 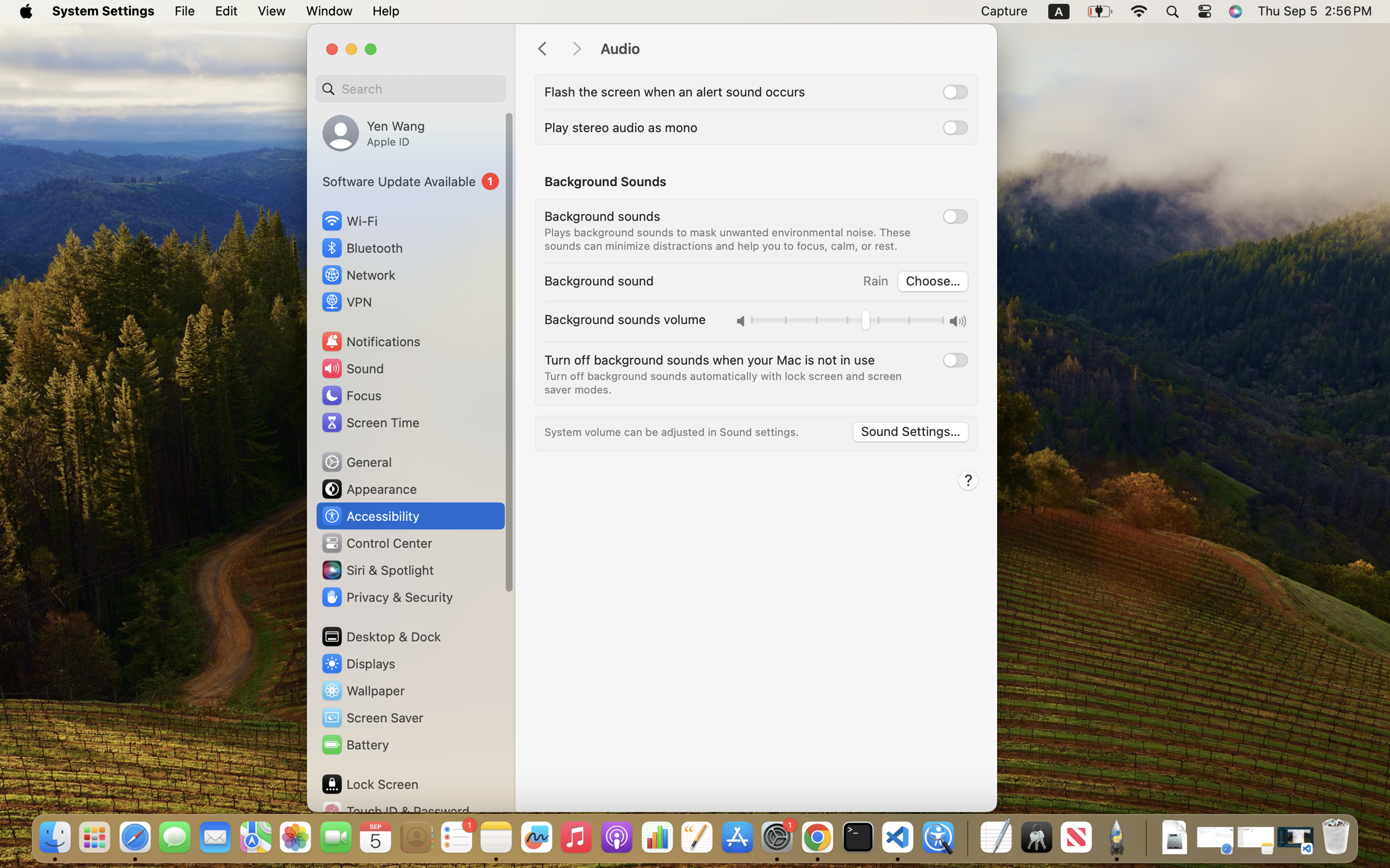 I want to click on 'System volume can be adjusted in Sound settings.', so click(x=671, y=432).